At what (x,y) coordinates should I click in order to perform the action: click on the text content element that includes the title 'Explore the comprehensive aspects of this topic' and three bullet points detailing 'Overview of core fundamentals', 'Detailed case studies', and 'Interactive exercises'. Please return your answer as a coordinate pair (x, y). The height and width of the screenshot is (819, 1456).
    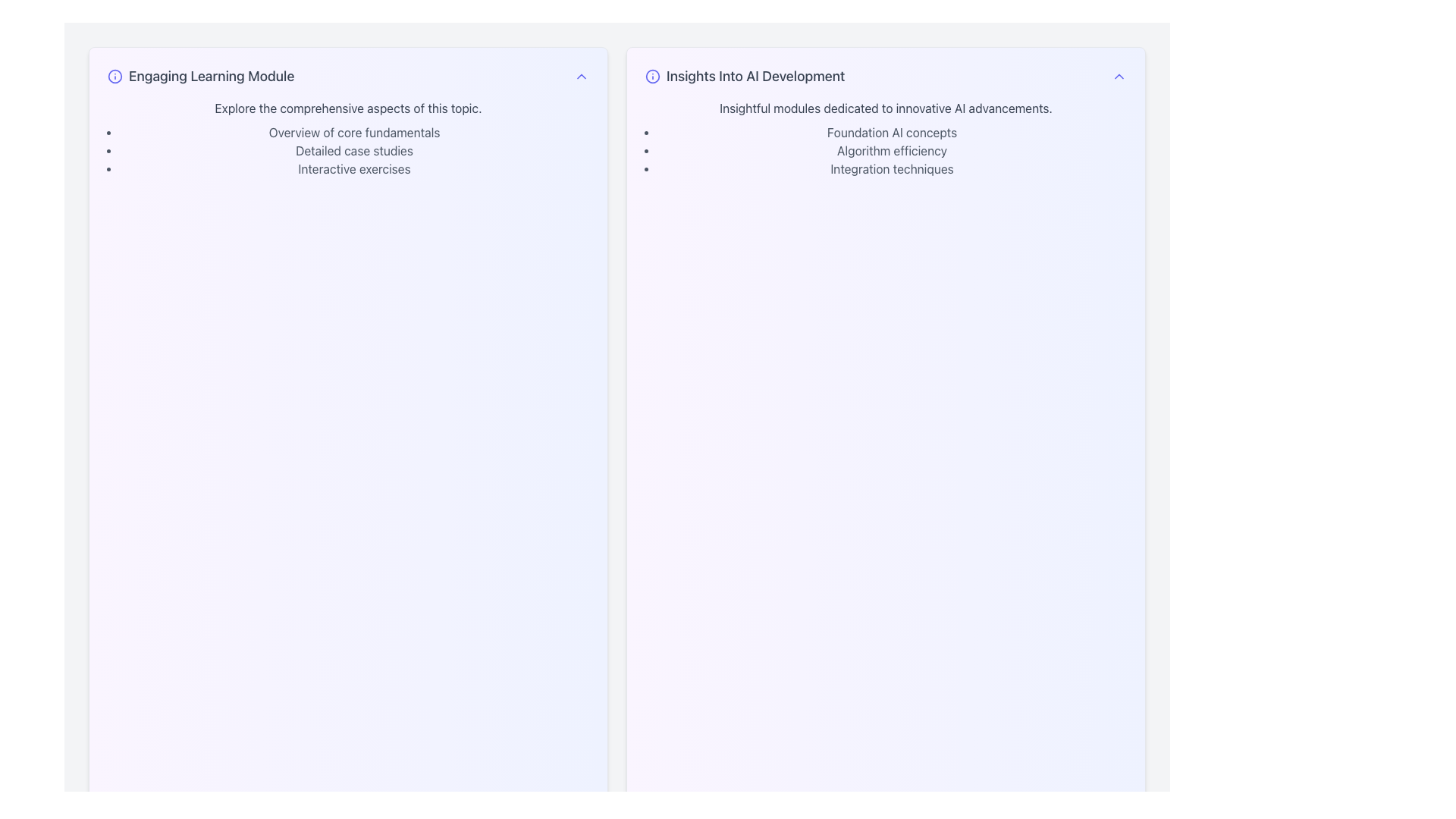
    Looking at the image, I should click on (347, 138).